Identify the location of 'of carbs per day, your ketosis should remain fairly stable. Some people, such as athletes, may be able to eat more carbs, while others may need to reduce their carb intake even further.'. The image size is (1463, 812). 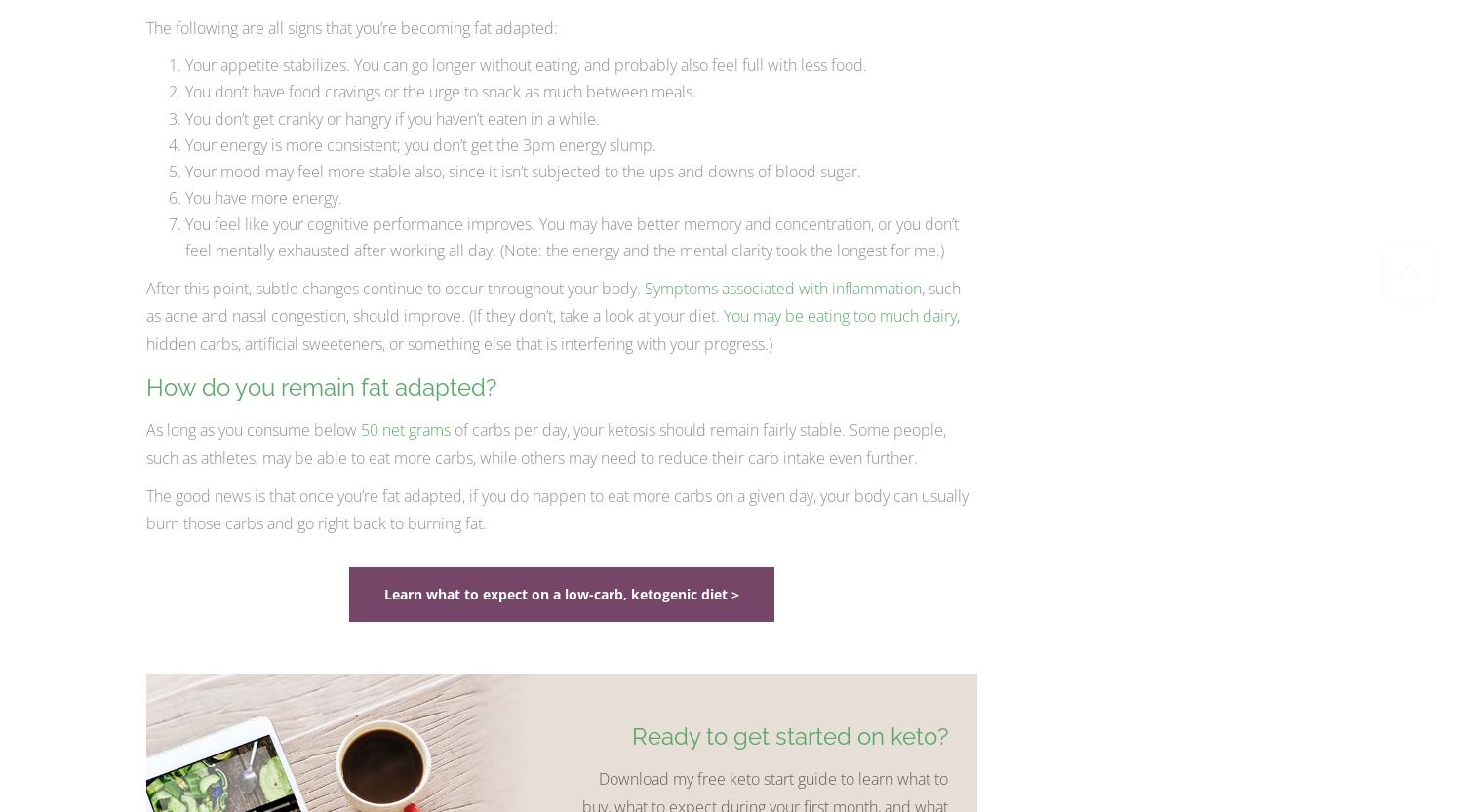
(545, 442).